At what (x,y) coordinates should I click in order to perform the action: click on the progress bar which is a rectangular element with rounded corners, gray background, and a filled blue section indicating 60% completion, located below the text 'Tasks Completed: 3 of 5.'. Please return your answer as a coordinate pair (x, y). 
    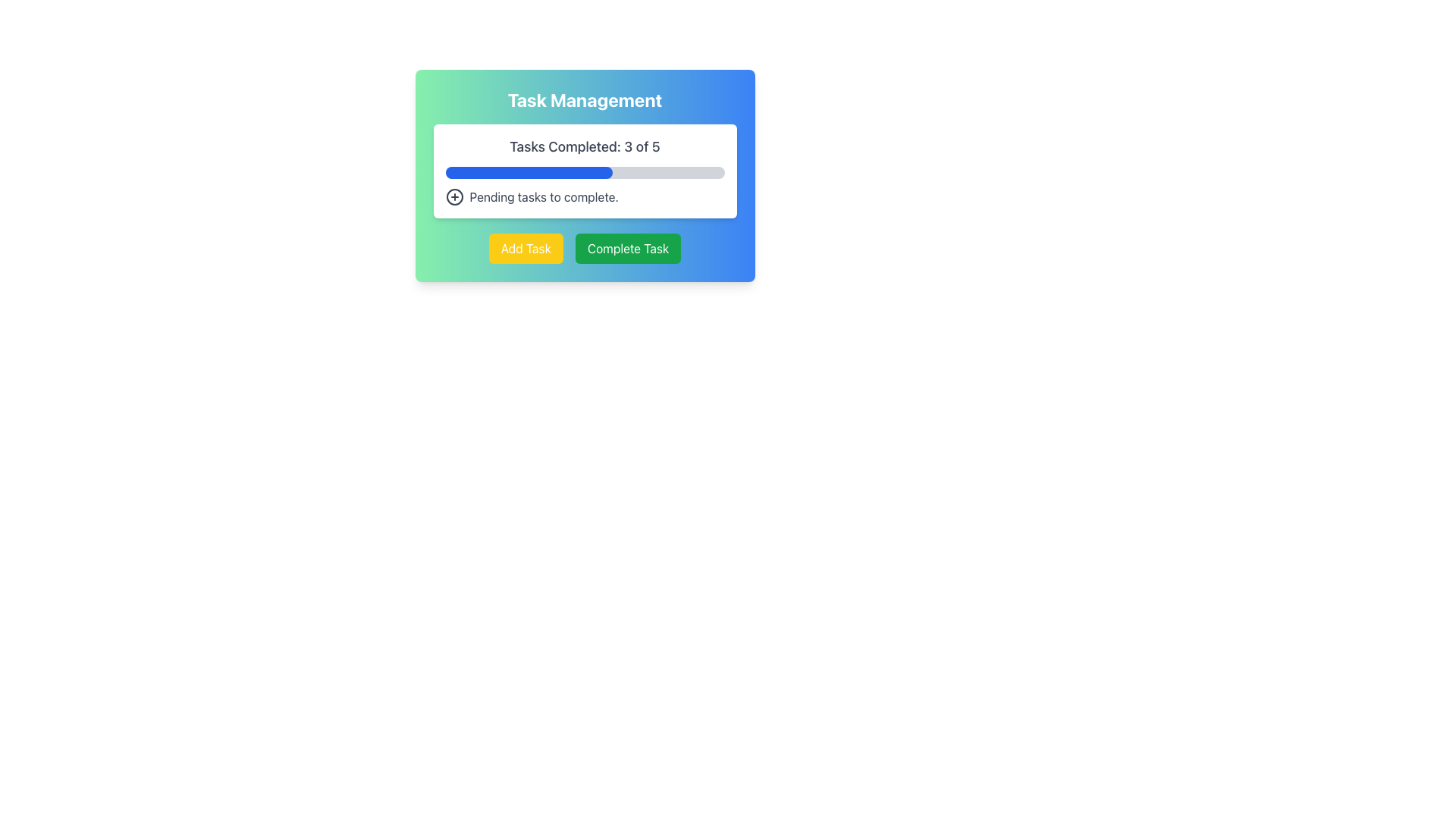
    Looking at the image, I should click on (584, 171).